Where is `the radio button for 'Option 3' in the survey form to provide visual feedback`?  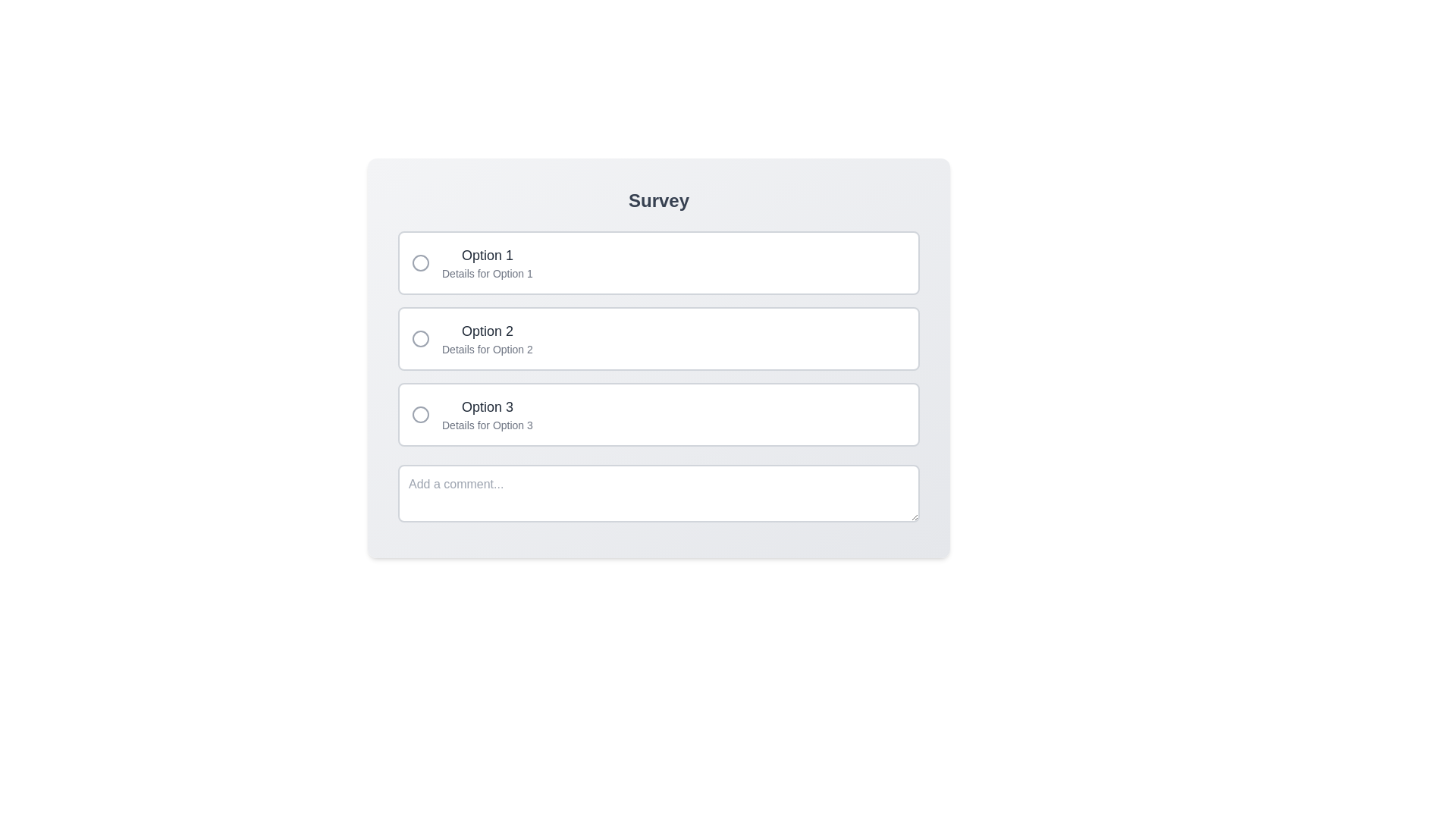
the radio button for 'Option 3' in the survey form to provide visual feedback is located at coordinates (421, 415).